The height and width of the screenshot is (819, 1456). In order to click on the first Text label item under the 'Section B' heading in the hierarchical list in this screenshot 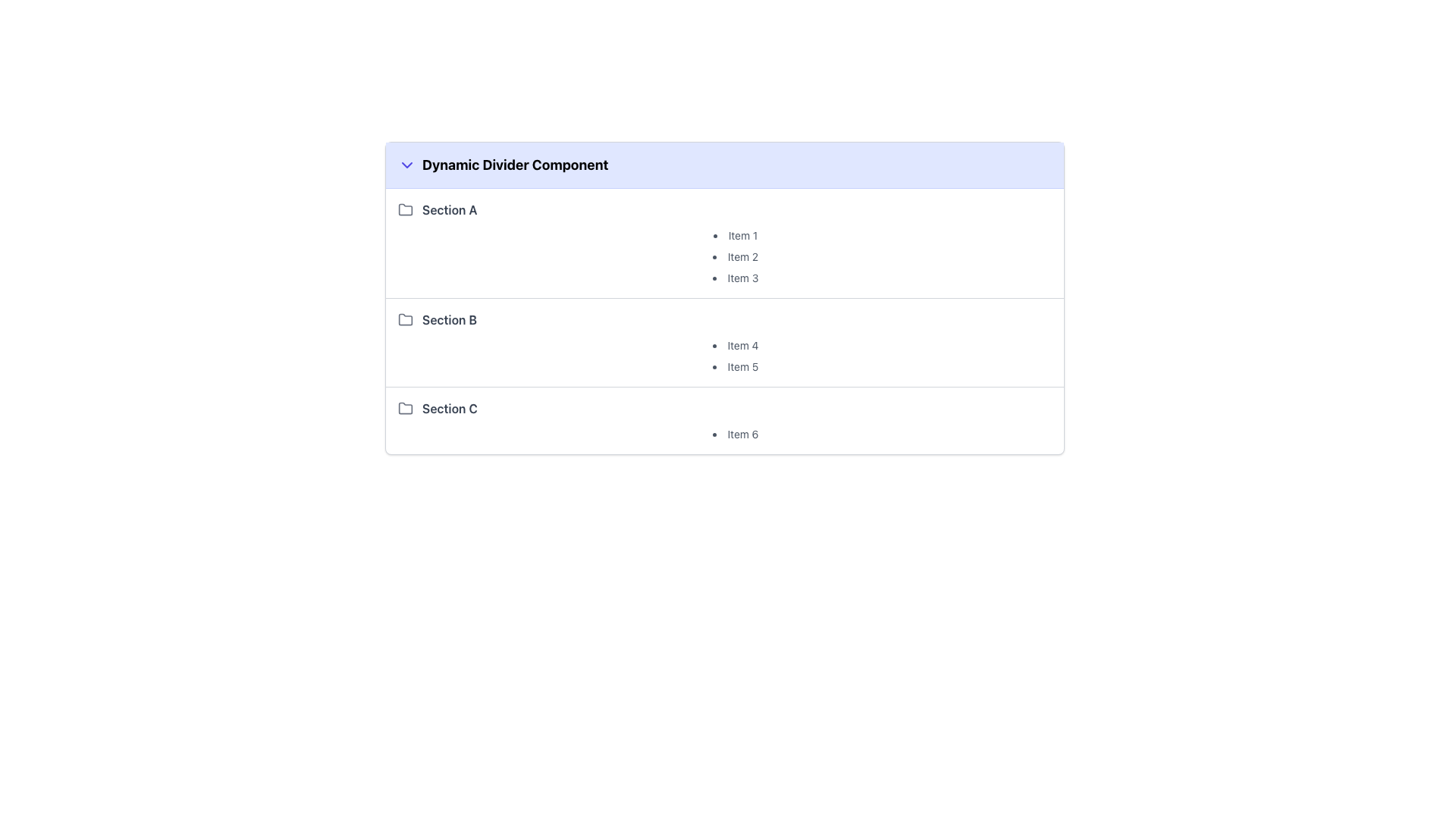, I will do `click(735, 345)`.